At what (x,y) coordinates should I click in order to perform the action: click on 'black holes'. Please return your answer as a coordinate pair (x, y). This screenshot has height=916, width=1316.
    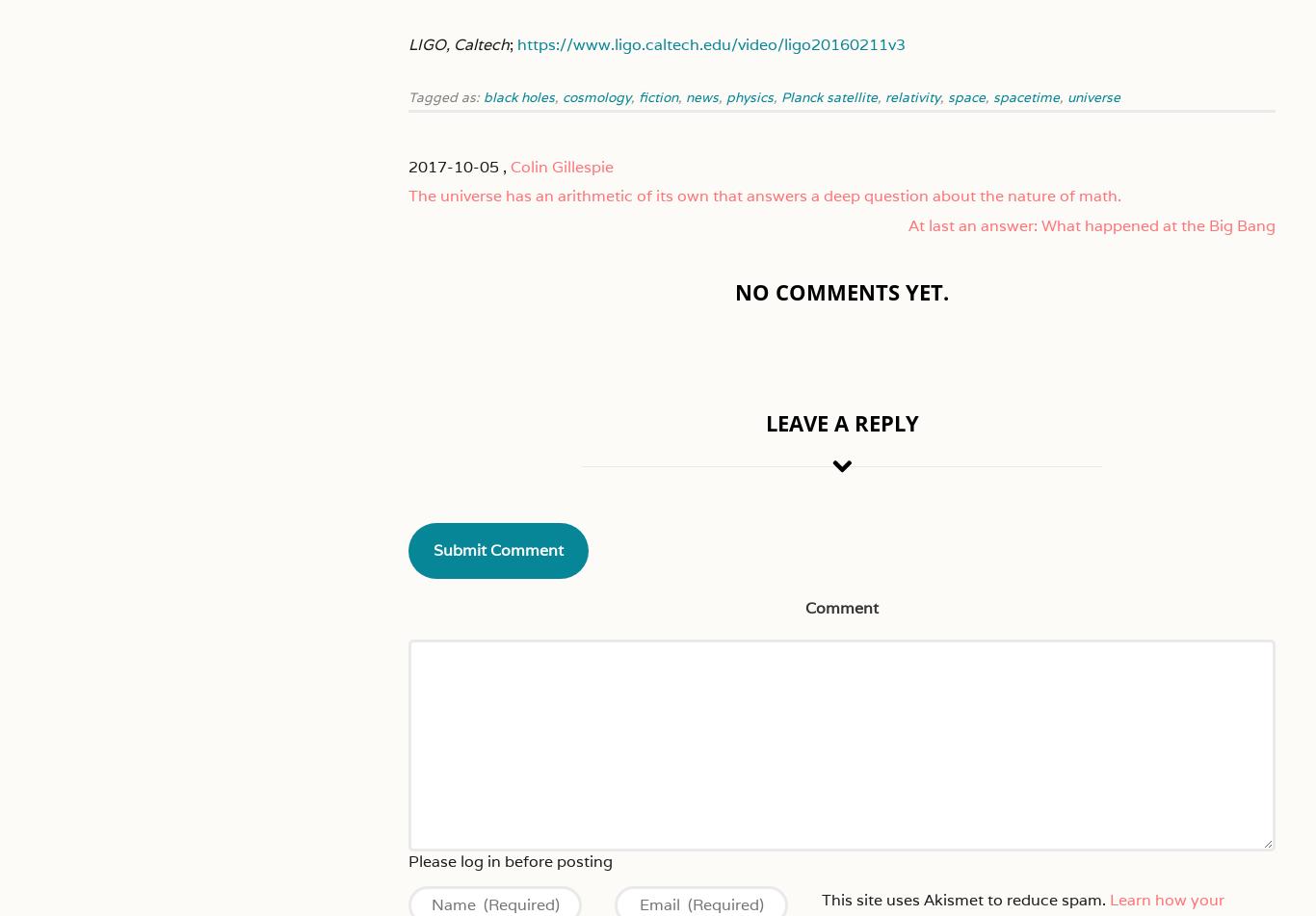
    Looking at the image, I should click on (519, 96).